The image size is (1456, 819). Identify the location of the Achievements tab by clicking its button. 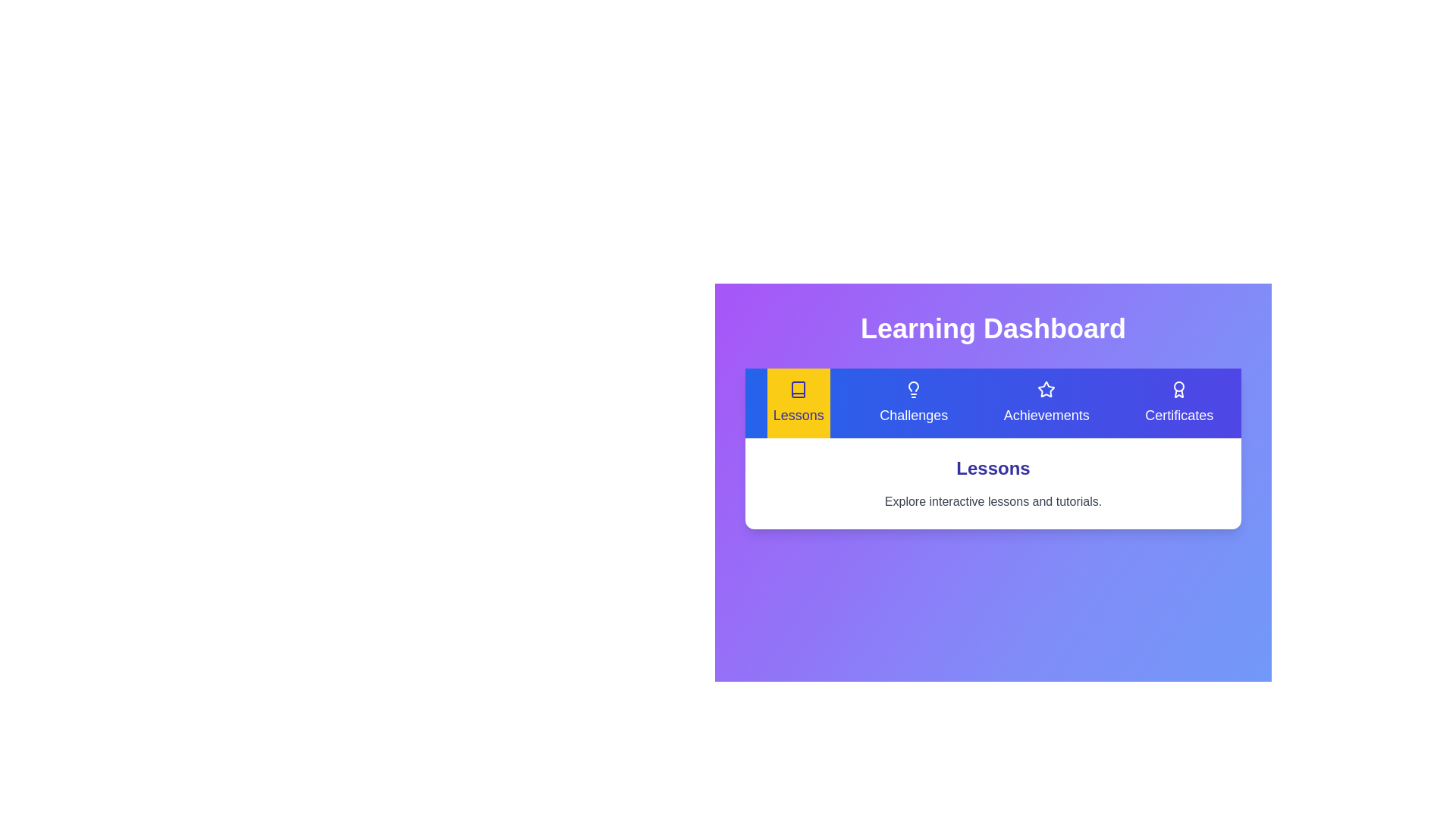
(1046, 403).